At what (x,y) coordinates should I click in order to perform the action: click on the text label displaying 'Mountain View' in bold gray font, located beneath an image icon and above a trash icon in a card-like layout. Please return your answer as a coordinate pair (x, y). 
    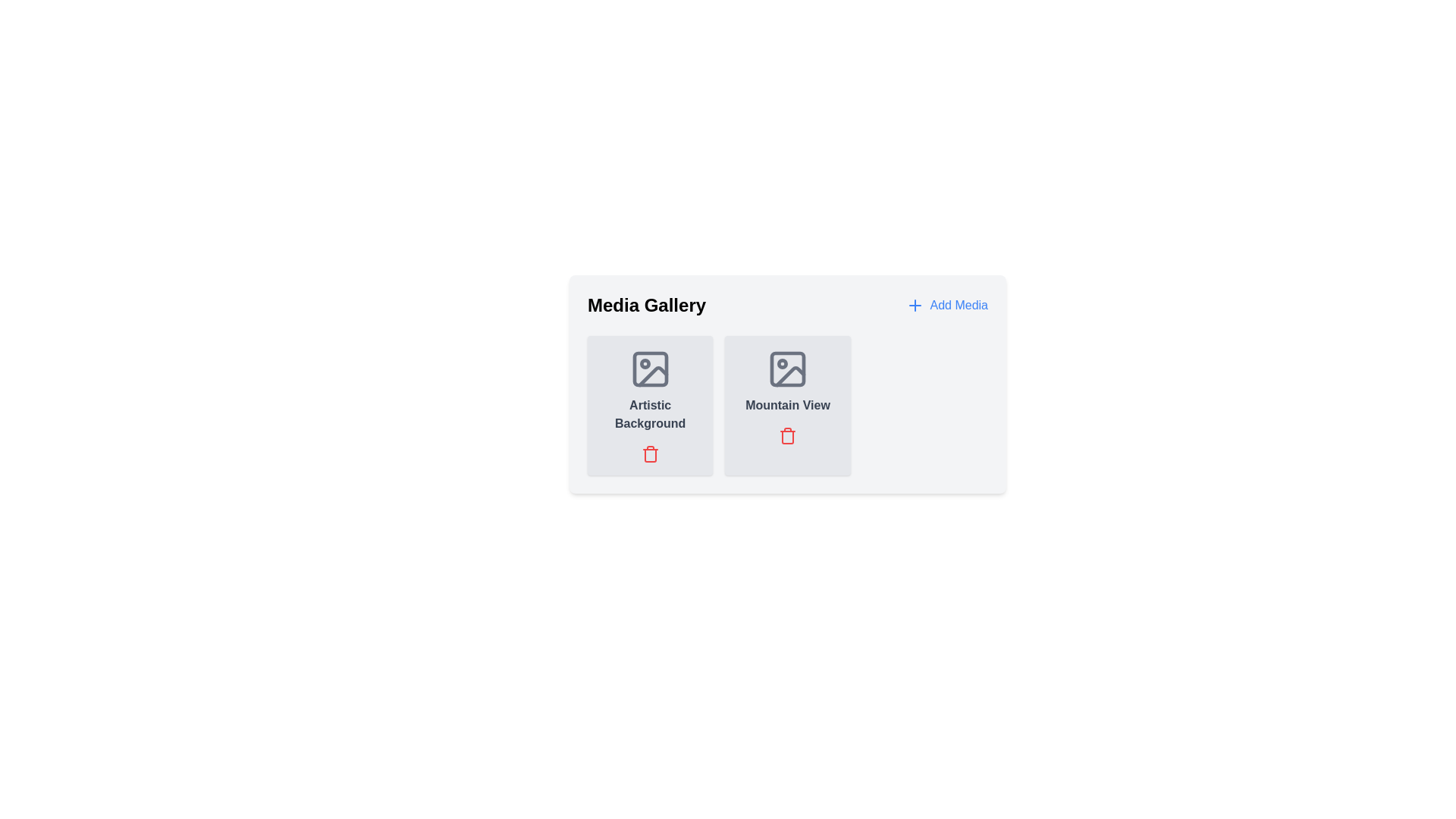
    Looking at the image, I should click on (787, 405).